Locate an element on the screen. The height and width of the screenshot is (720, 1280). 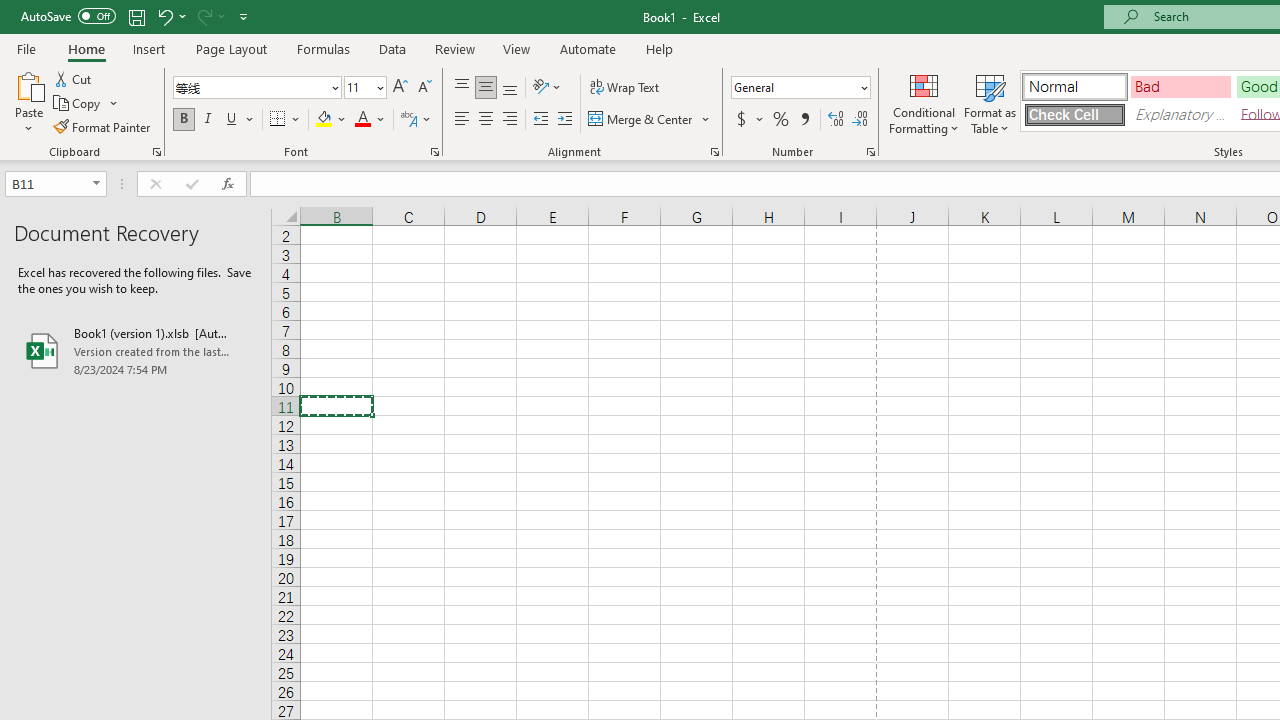
'Number Format' is located at coordinates (800, 86).